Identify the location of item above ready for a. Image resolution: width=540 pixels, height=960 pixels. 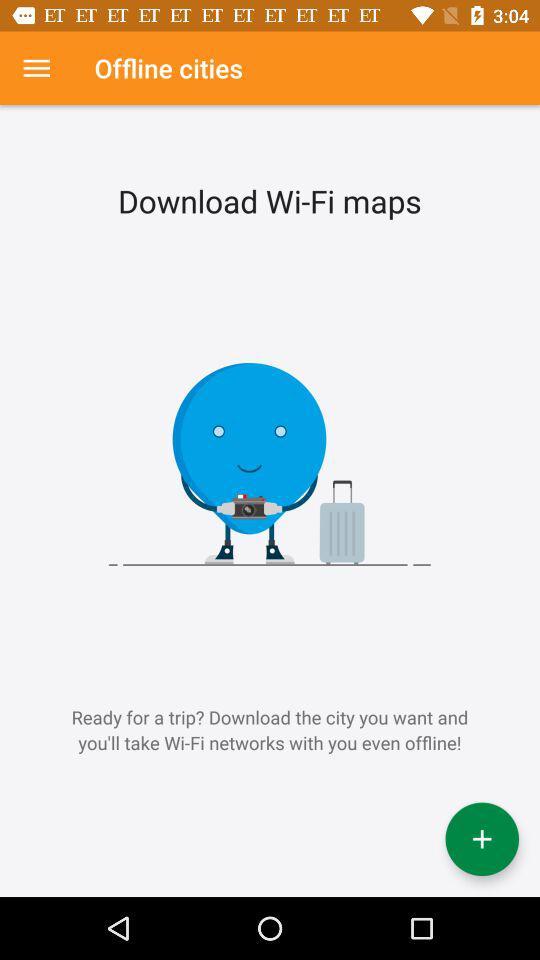
(36, 68).